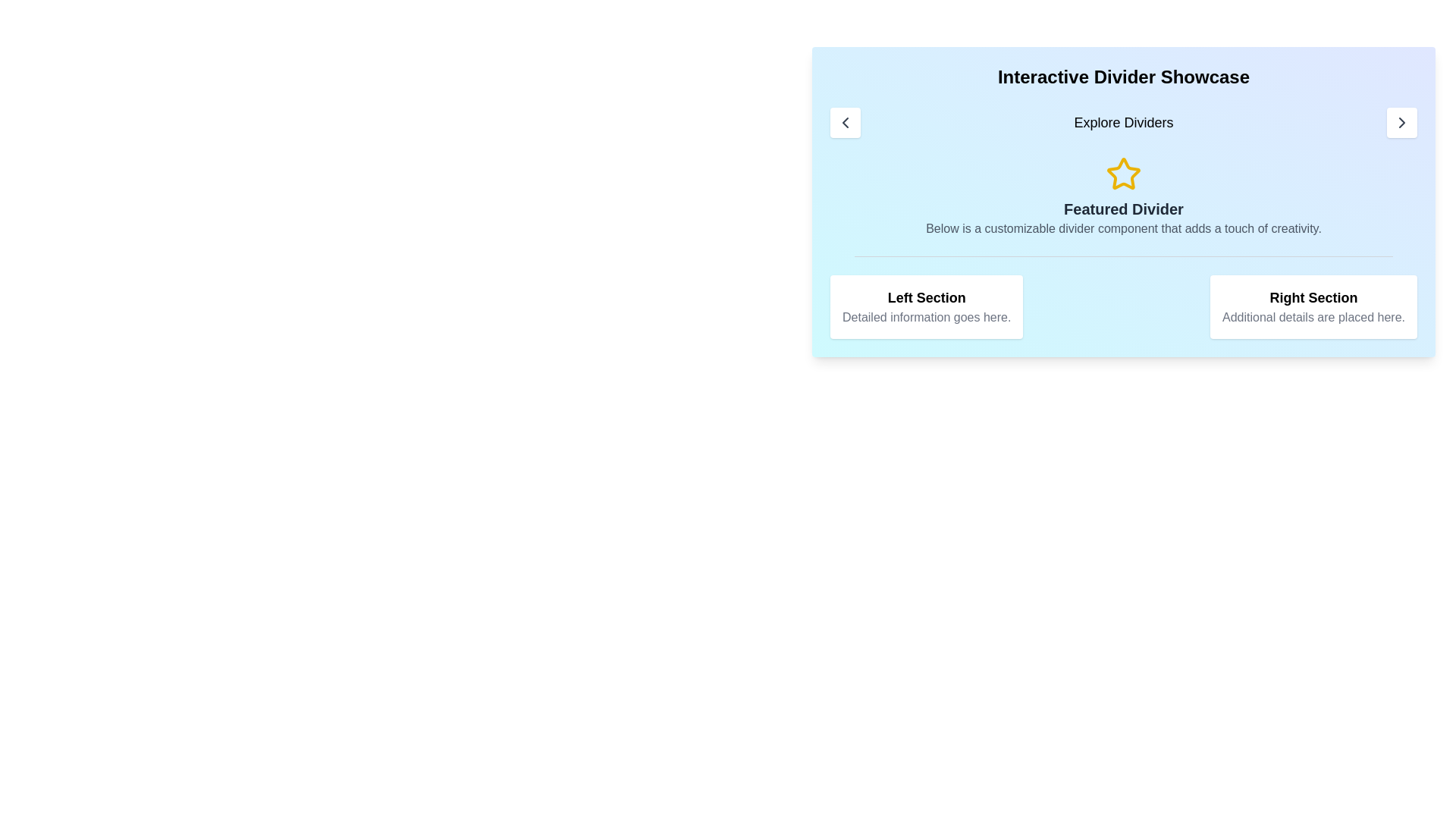 The image size is (1456, 819). I want to click on information provided in the Informational block highlighting the 'Featured Divider', located below the 'Explore Dividers' header and above the horizontal line separating the 'Left Section' and 'Right Section', so click(1124, 196).